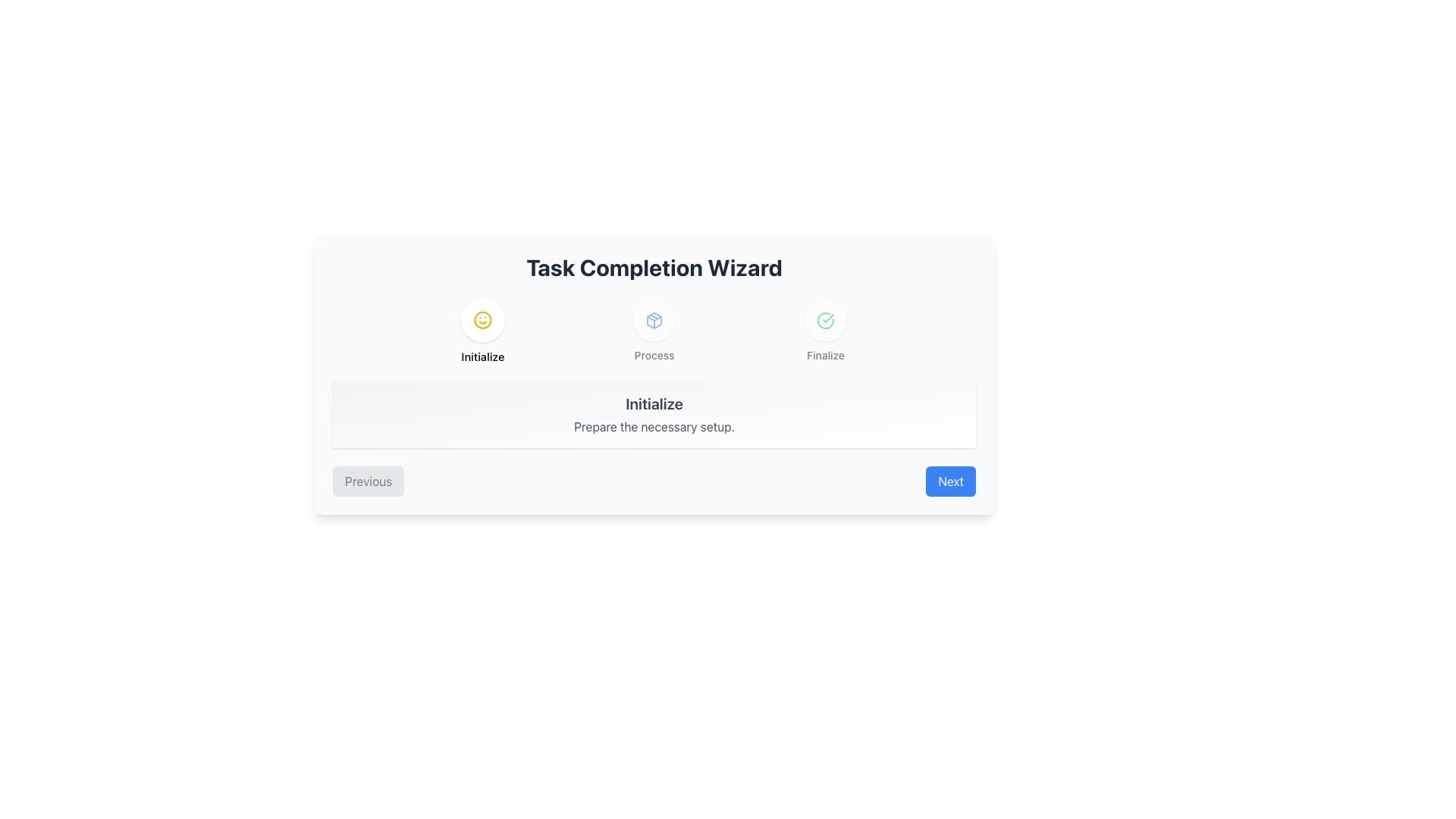 The image size is (1456, 819). What do you see at coordinates (825, 320) in the screenshot?
I see `the green checkmark icon located on the rightmost side of the 'Task Completion Wizard' interface in the 'Finalize' section, indicating success or completion` at bounding box center [825, 320].